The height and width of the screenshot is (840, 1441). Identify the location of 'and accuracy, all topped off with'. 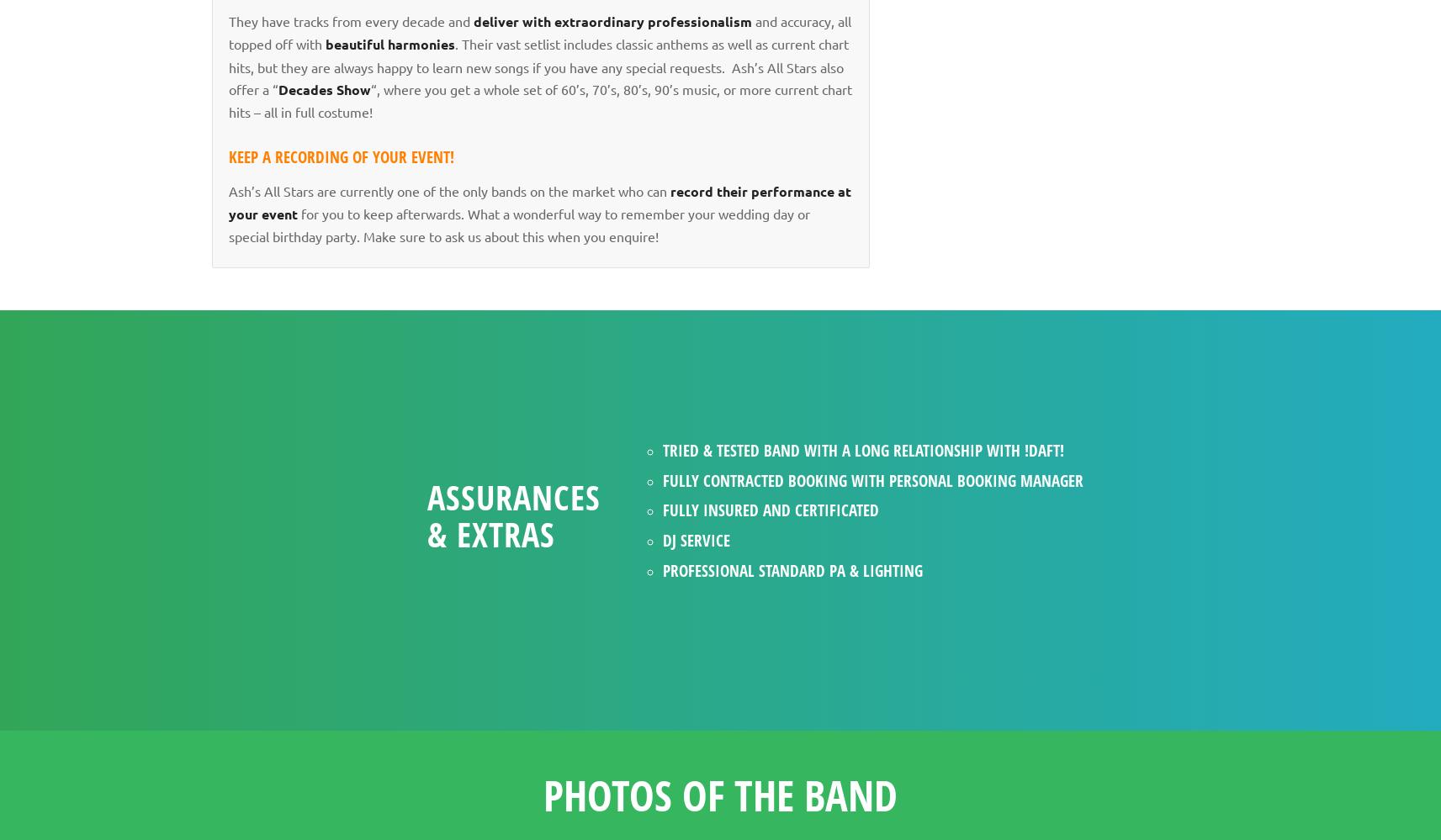
(539, 31).